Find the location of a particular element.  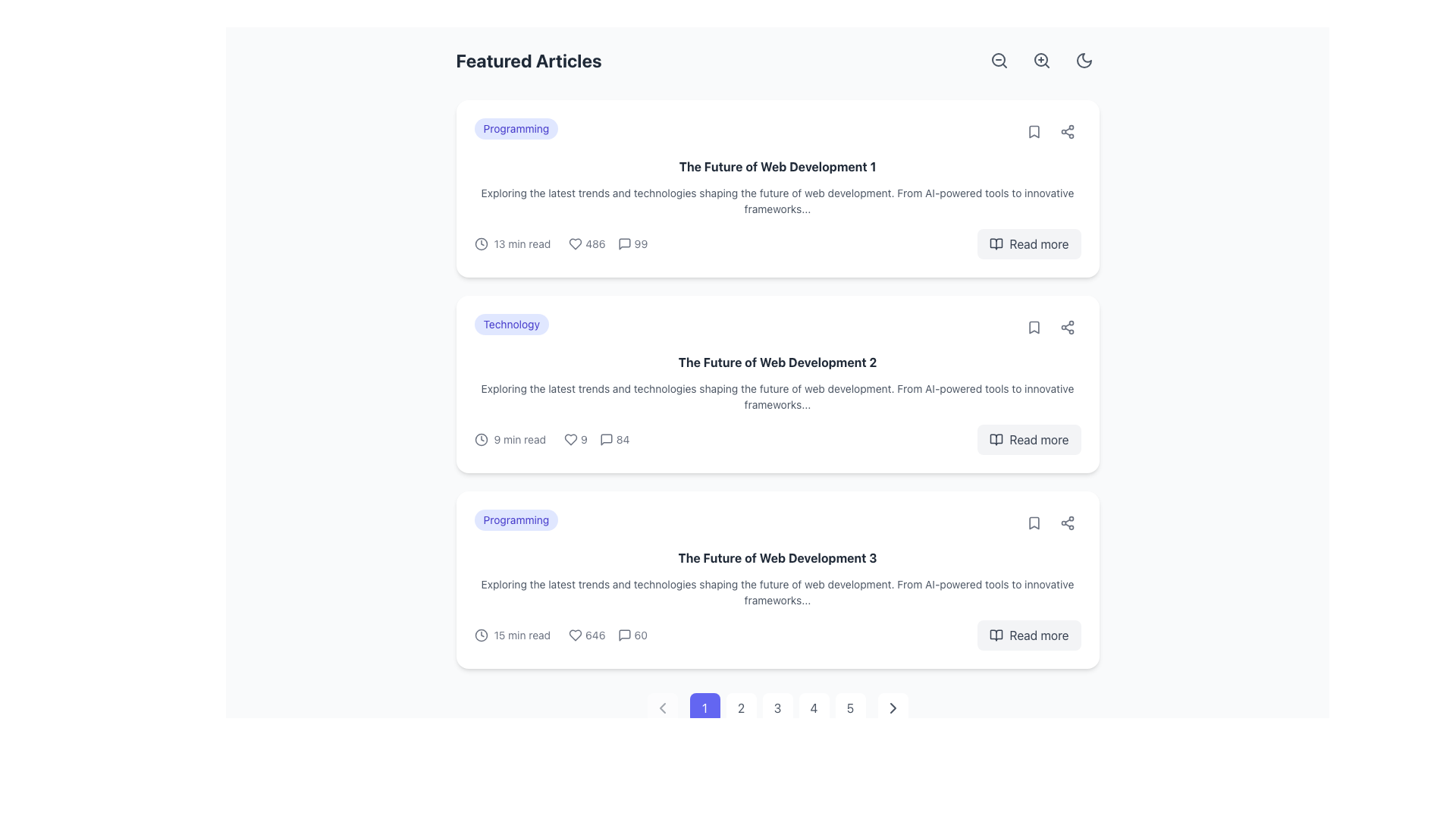

the comment icon representing the comment functionality for the second featured article, located centrally in the third column of the second row of the main content section is located at coordinates (605, 439).